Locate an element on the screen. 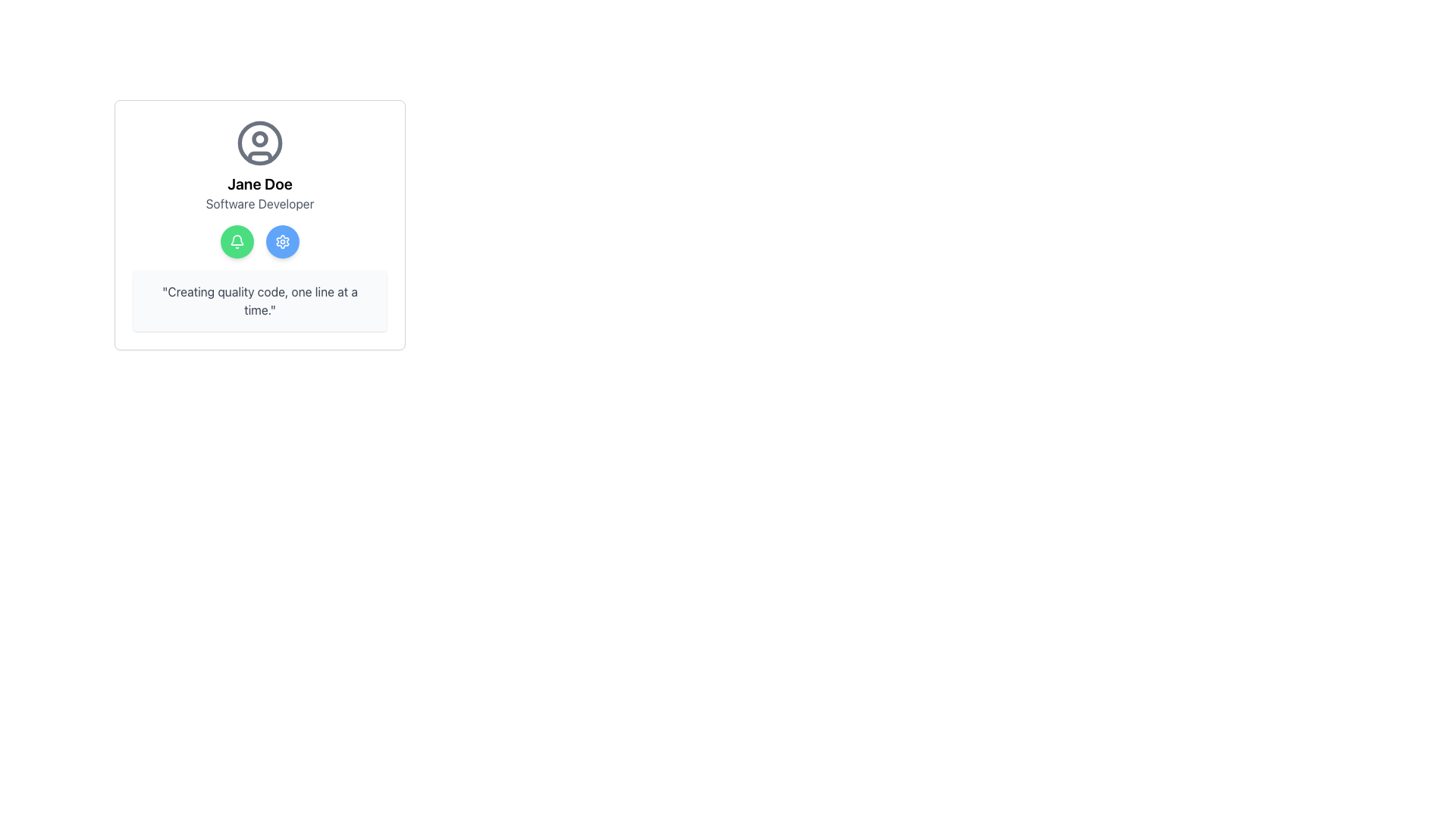 Image resolution: width=1456 pixels, height=819 pixels. the circular blue button with a white gear icon located as the second button from the left in the row below the user profile information to observe the scaling effect is located at coordinates (283, 241).